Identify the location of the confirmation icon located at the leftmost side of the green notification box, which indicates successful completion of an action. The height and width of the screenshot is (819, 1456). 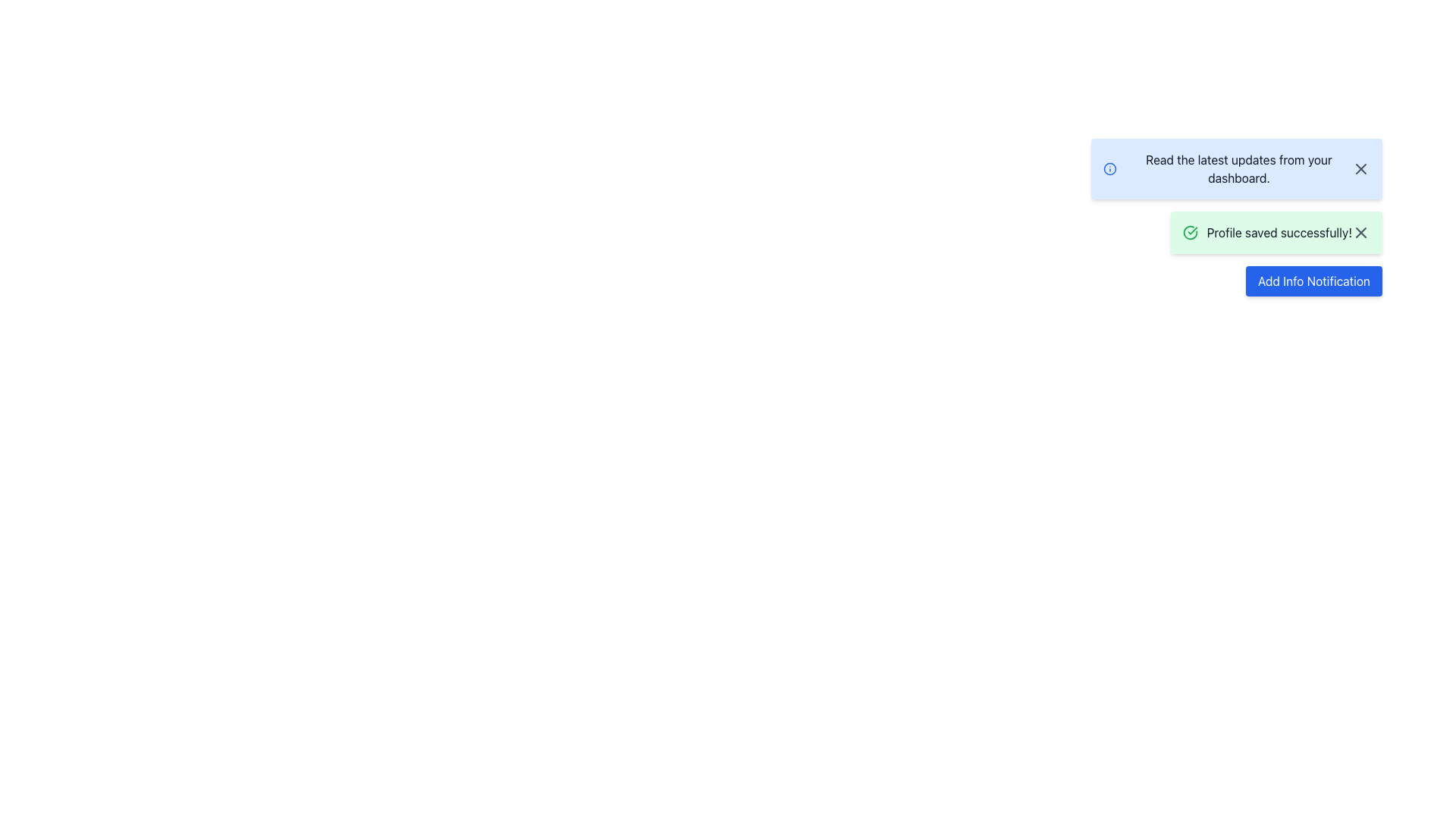
(1189, 233).